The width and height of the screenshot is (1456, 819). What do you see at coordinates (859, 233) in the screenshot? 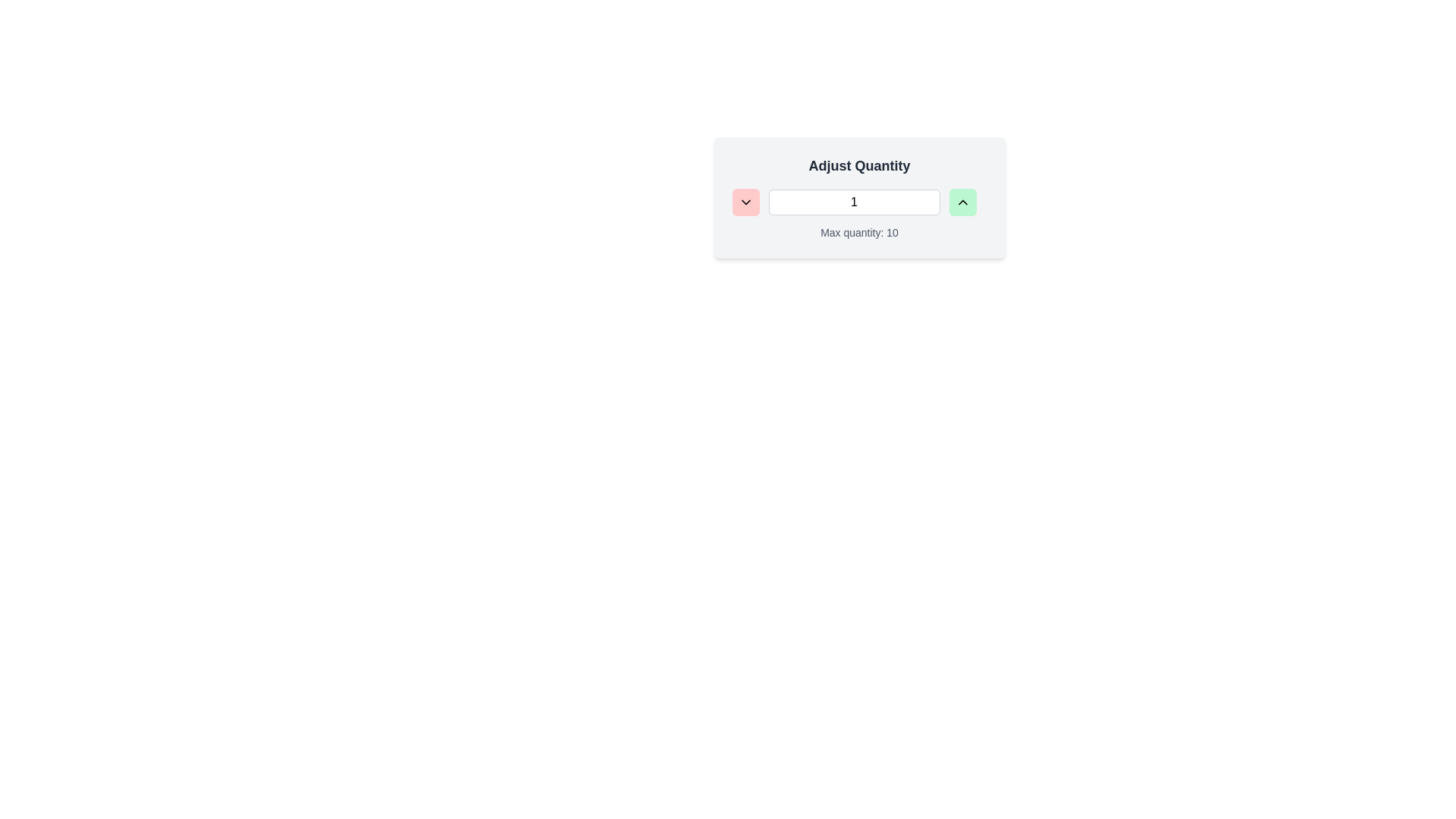
I see `the label displaying 'Max quantity: 10', which is located at the bottom of the card layout providing controls for quantity adjustment` at bounding box center [859, 233].